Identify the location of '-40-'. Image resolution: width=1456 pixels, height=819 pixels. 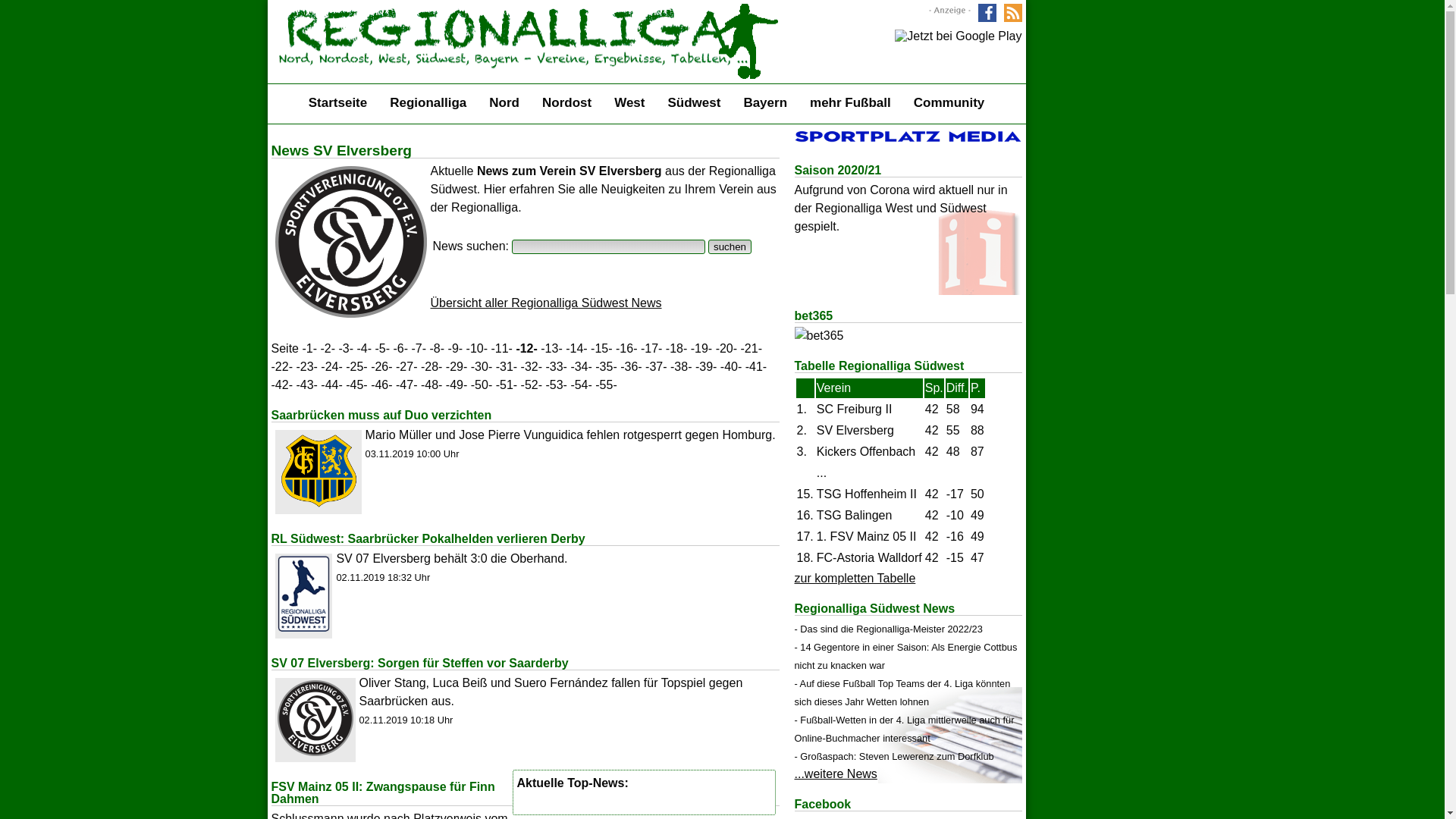
(720, 366).